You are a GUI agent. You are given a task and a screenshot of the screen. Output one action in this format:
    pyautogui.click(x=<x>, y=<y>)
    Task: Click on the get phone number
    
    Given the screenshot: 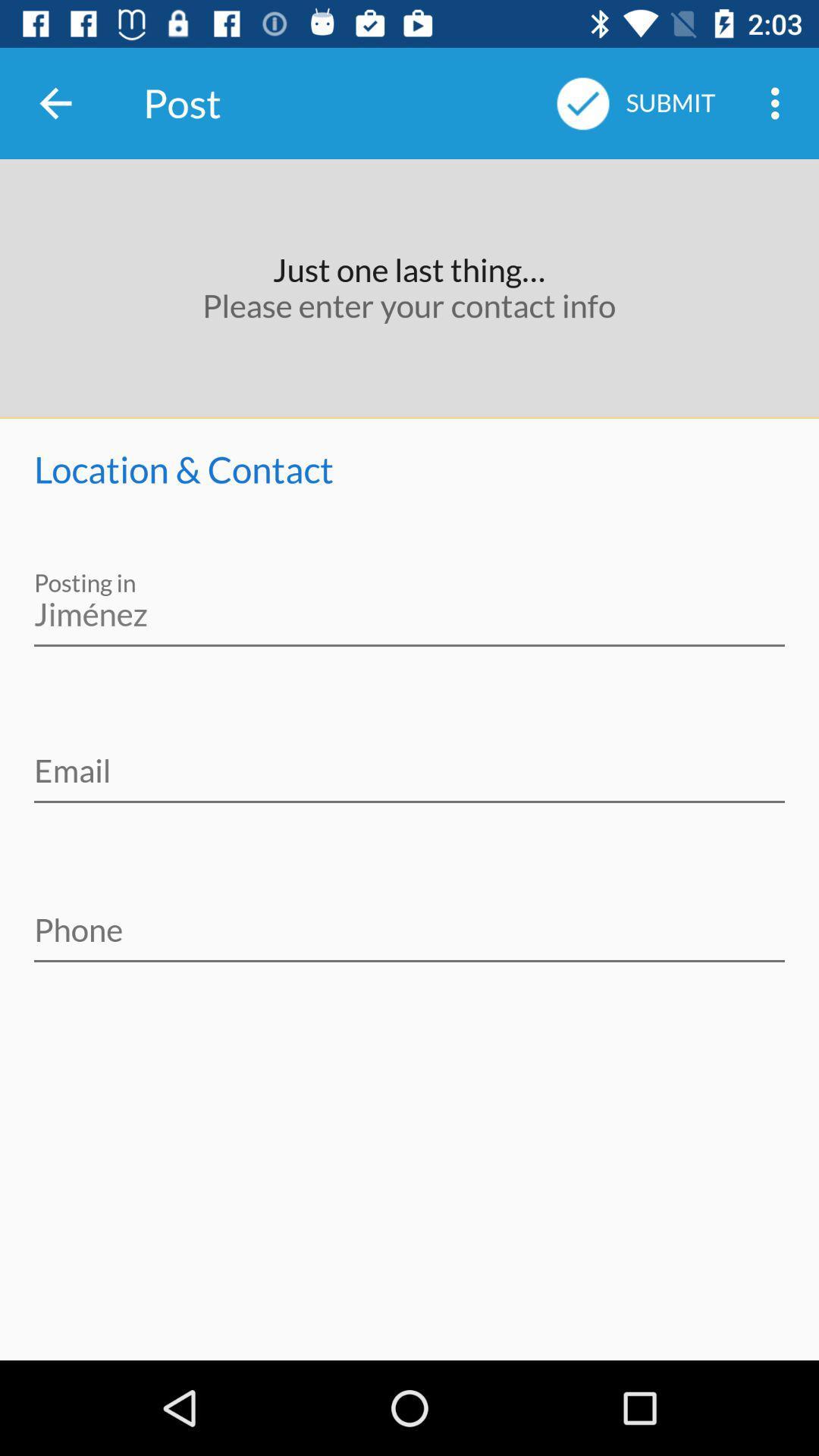 What is the action you would take?
    pyautogui.click(x=409, y=919)
    